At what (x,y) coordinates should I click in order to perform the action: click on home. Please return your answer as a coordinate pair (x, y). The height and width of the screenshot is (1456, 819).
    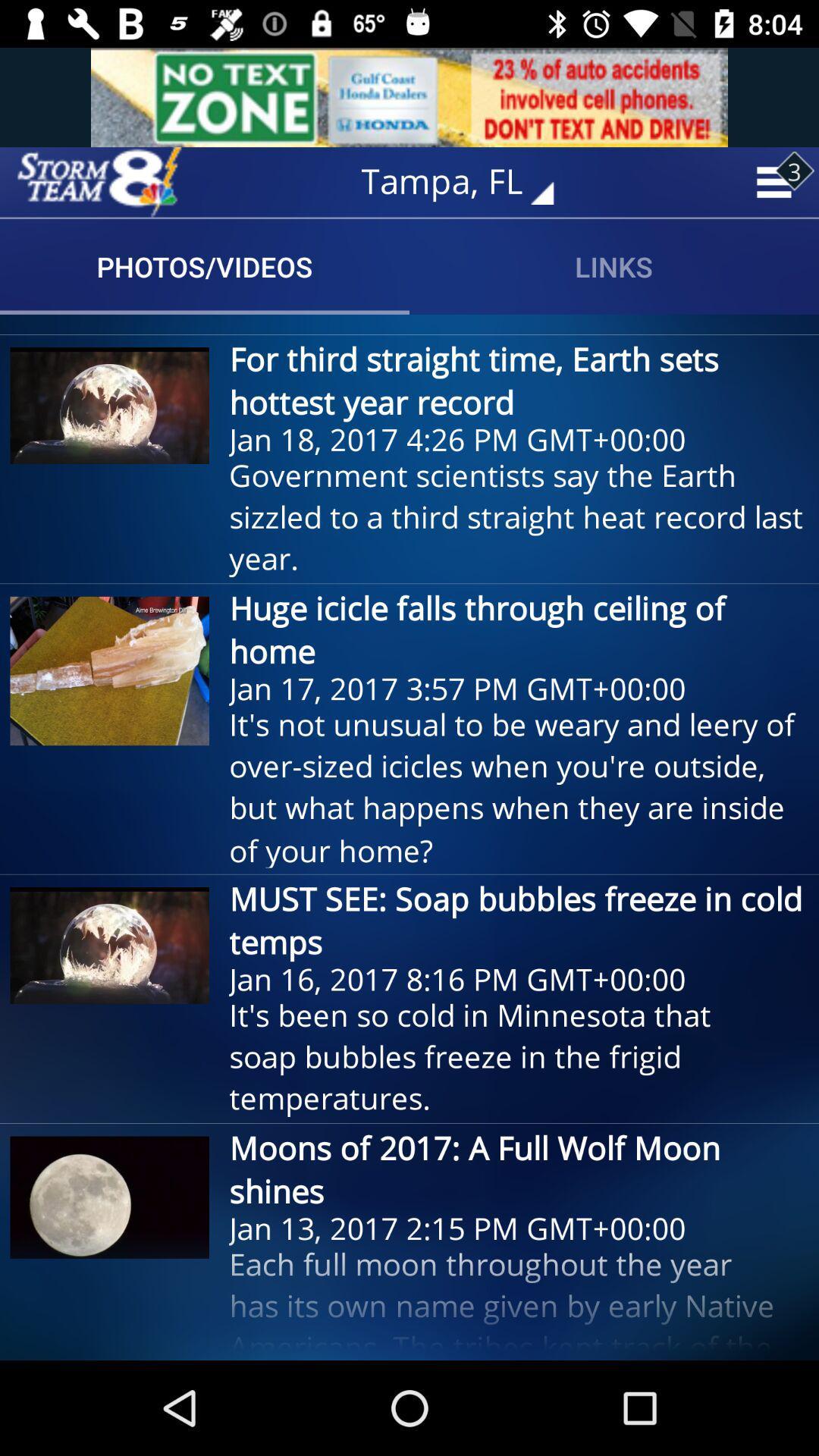
    Looking at the image, I should click on (99, 182).